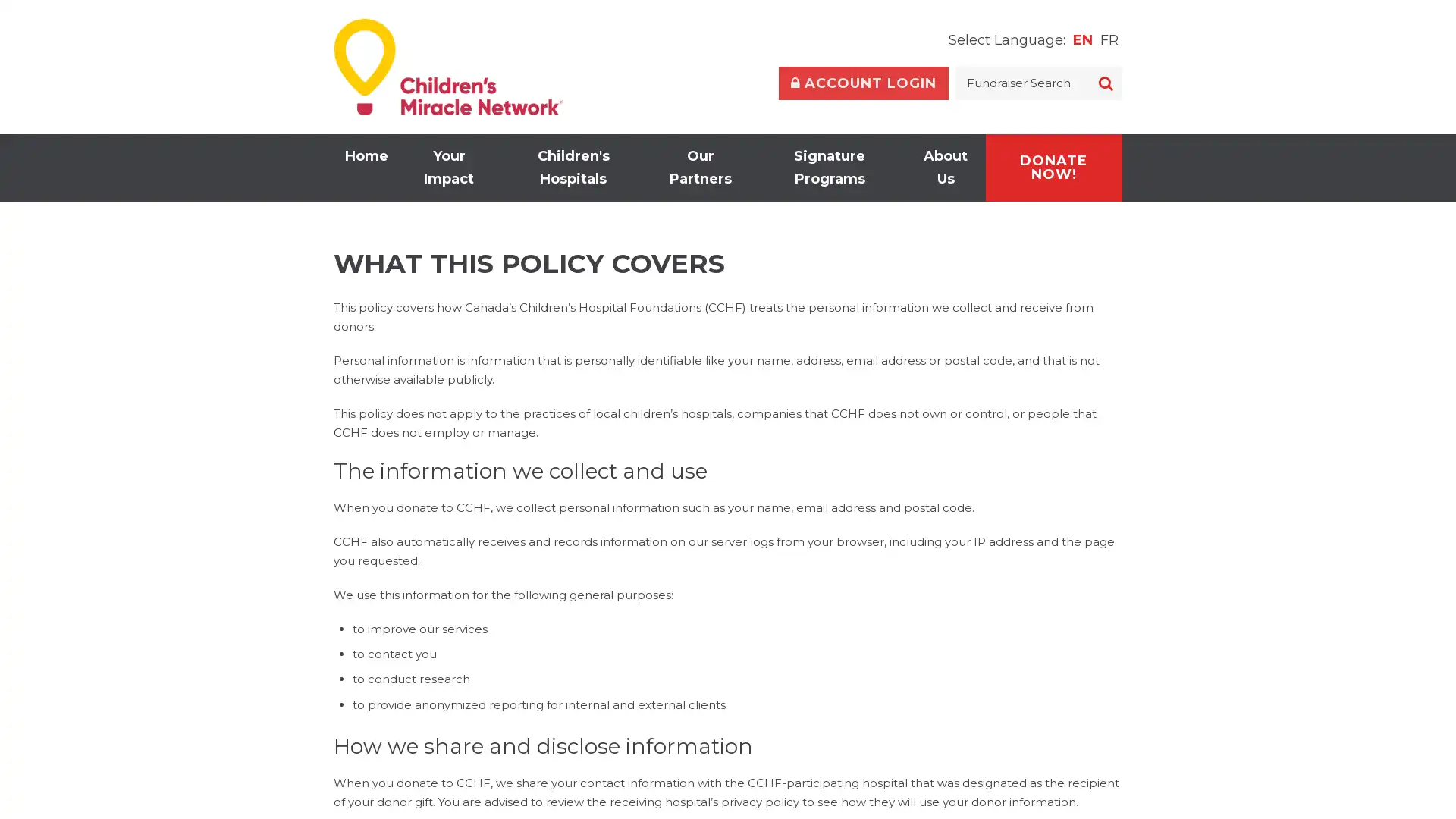  What do you see at coordinates (1103, 83) in the screenshot?
I see `SEARCH` at bounding box center [1103, 83].